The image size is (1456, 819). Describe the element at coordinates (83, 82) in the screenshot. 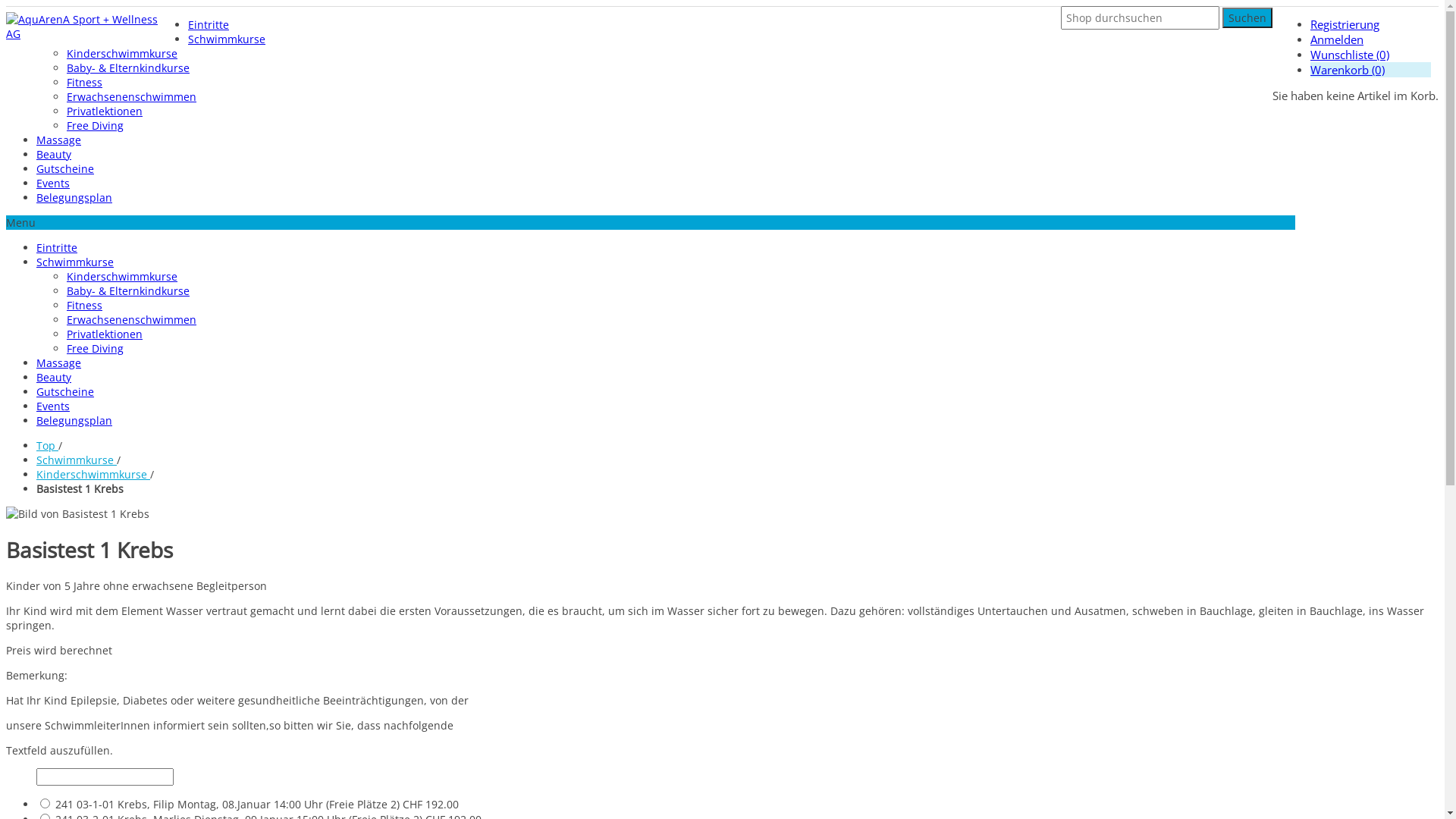

I see `'Fitness'` at that location.